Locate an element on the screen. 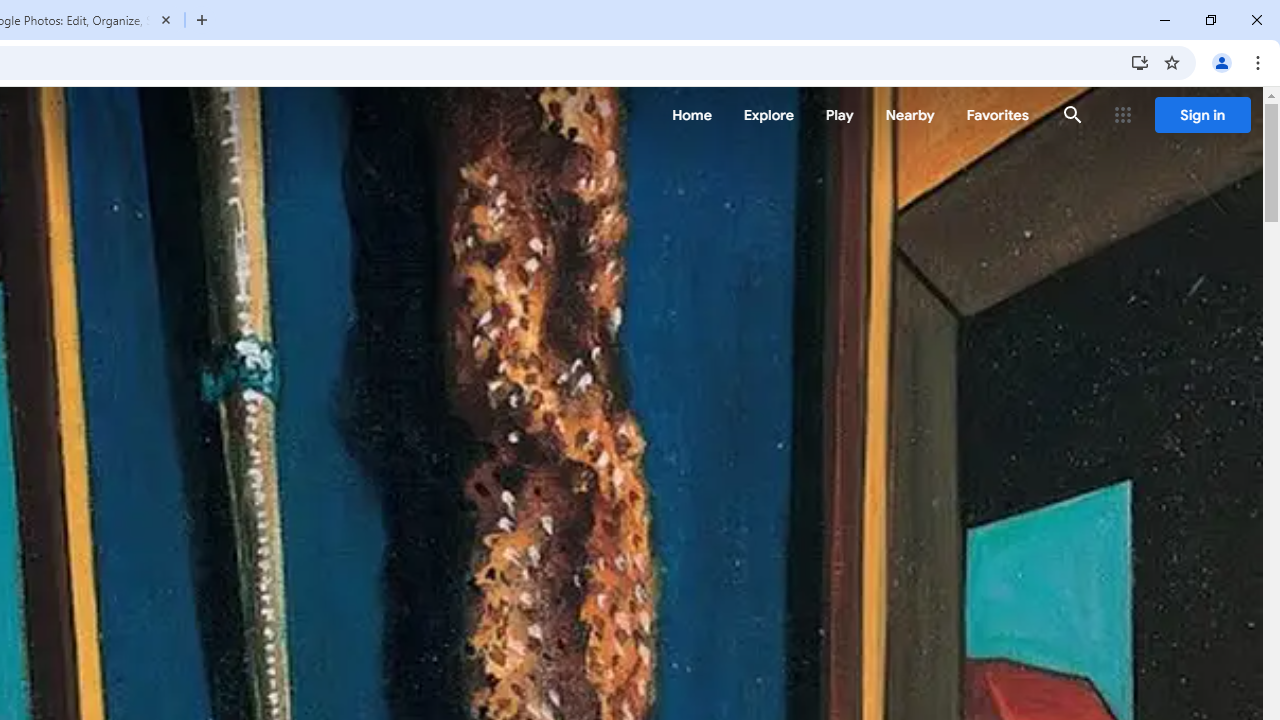  'Favorites' is located at coordinates (997, 115).